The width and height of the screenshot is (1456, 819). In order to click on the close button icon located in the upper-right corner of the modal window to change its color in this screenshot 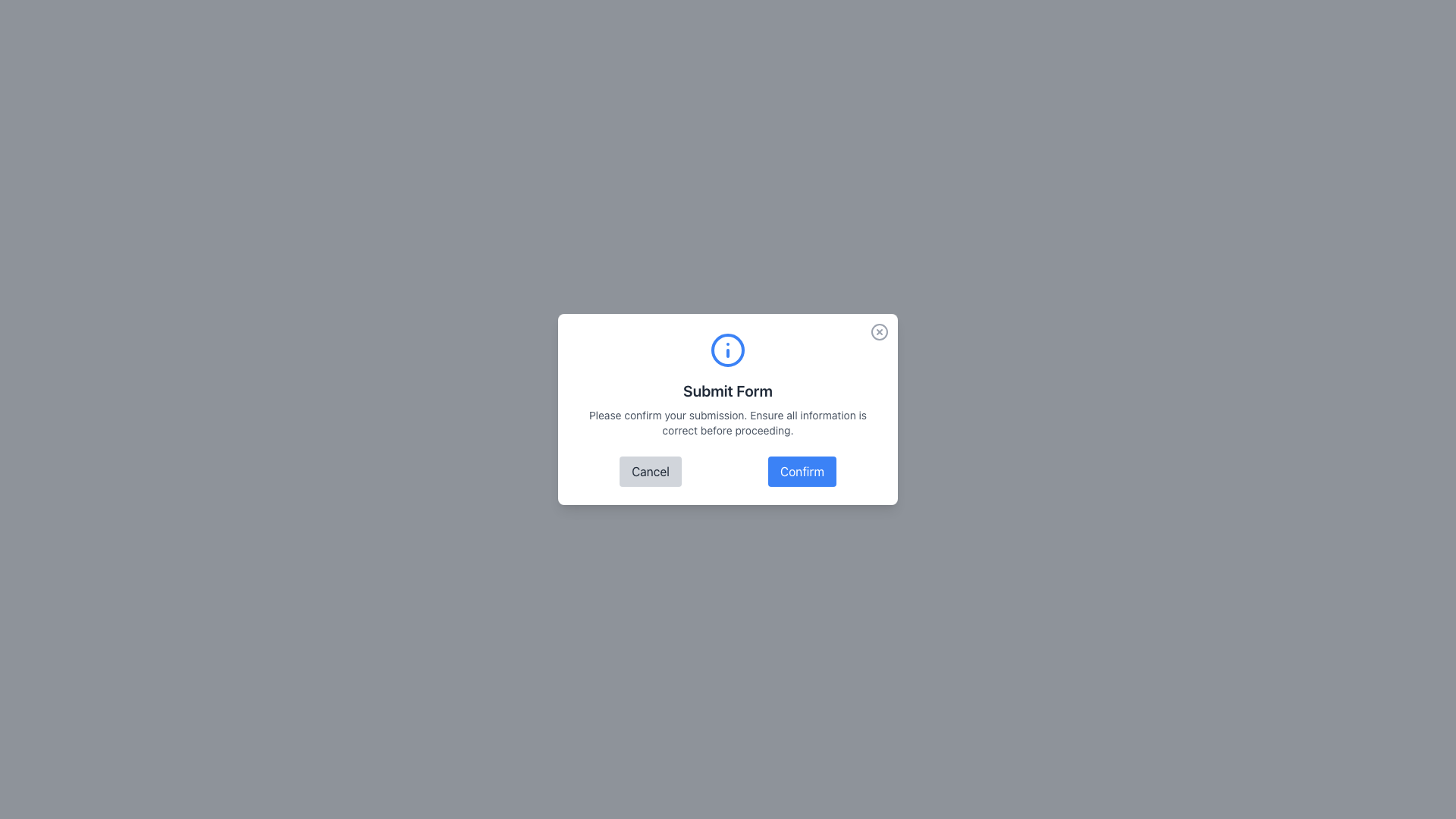, I will do `click(880, 331)`.